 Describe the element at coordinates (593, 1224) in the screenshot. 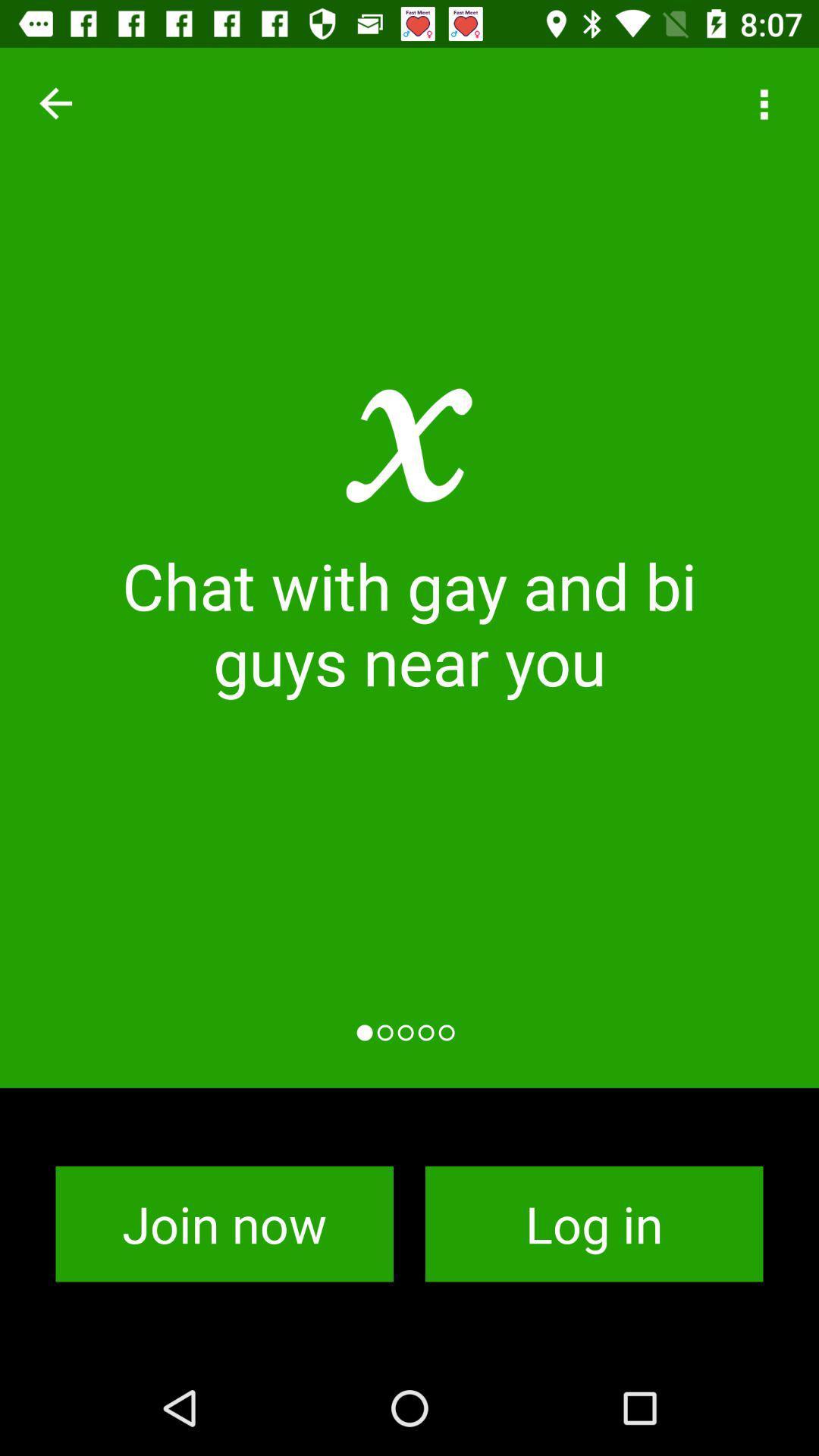

I see `the app next to the join now item` at that location.